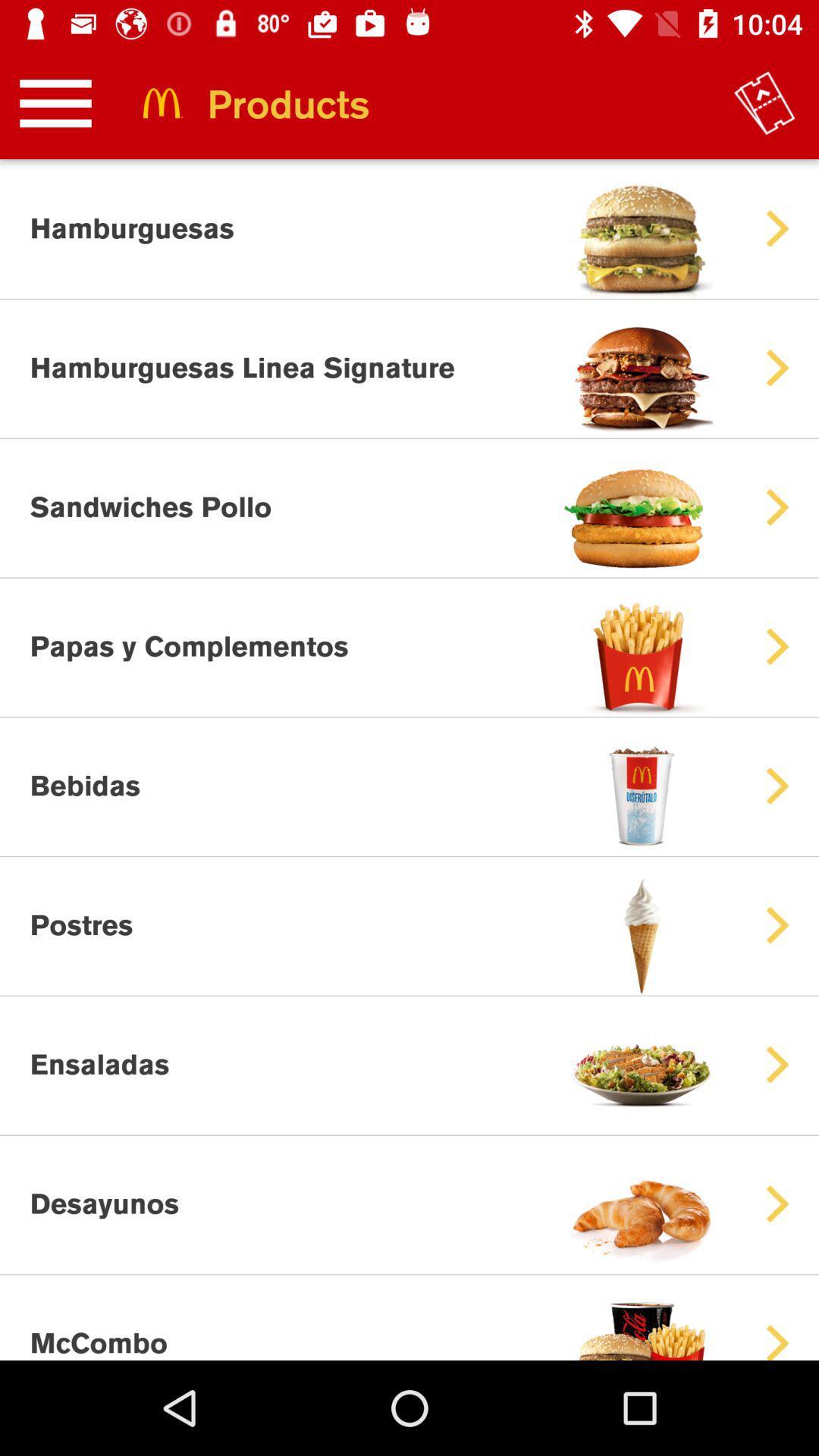 The height and width of the screenshot is (1456, 819). What do you see at coordinates (55, 102) in the screenshot?
I see `the icon above hamburguesas icon` at bounding box center [55, 102].